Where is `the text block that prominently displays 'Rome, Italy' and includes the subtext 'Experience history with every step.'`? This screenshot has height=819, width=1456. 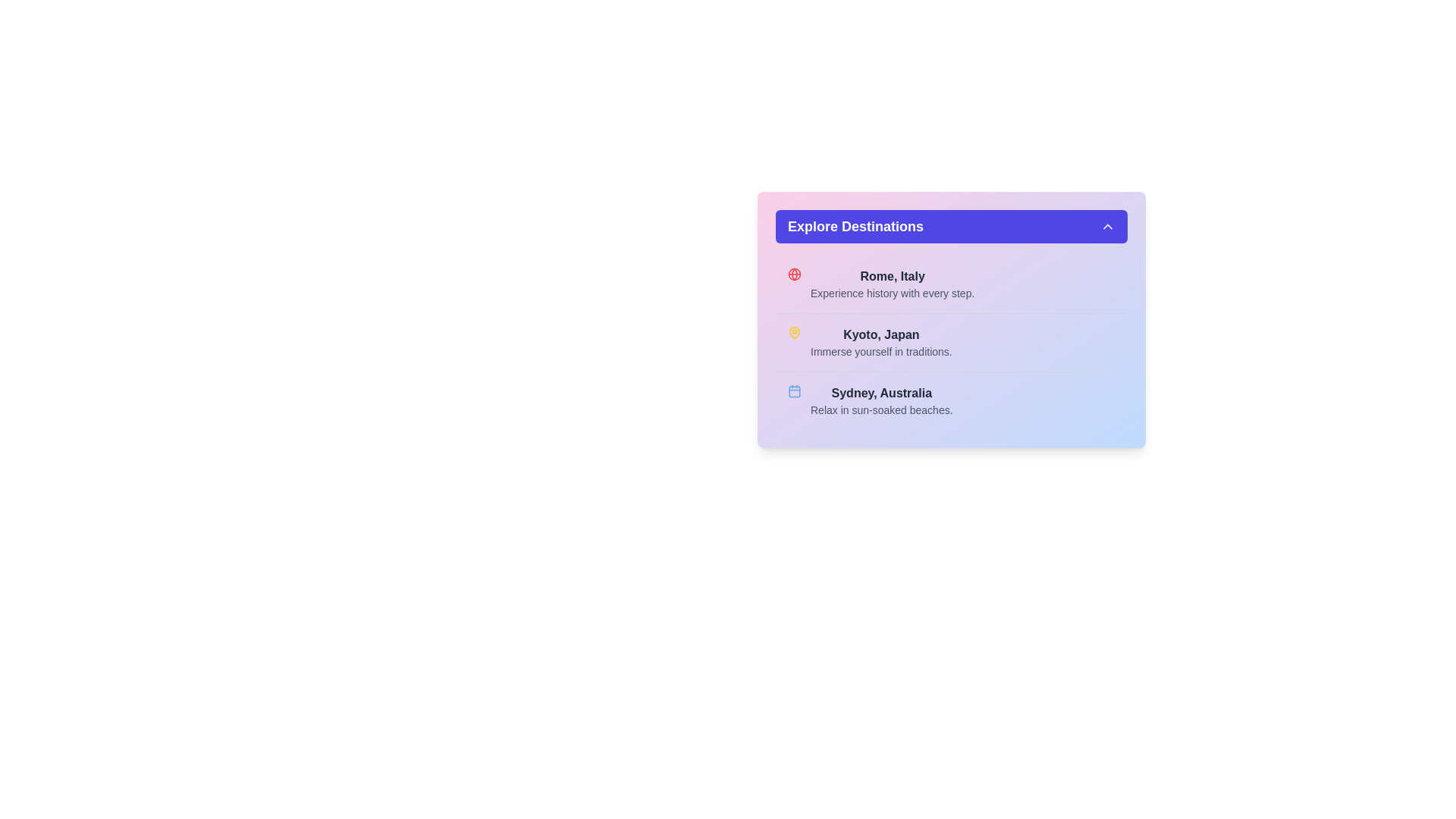
the text block that prominently displays 'Rome, Italy' and includes the subtext 'Experience history with every step.' is located at coordinates (893, 284).